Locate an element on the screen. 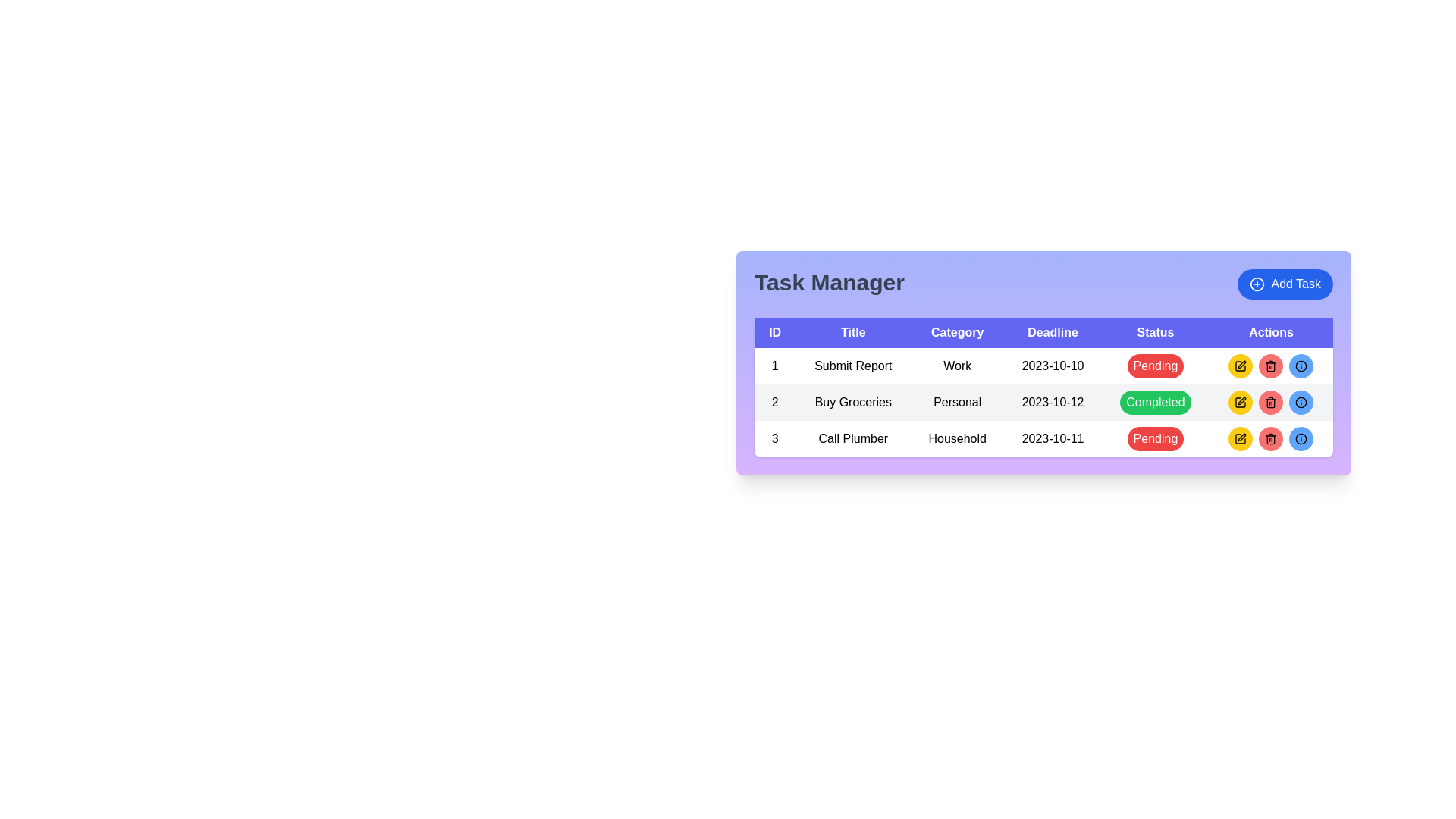 This screenshot has width=1456, height=819. the edit icon in the 'Actions' column of the third row in the 'Task Manager' table is located at coordinates (1241, 366).